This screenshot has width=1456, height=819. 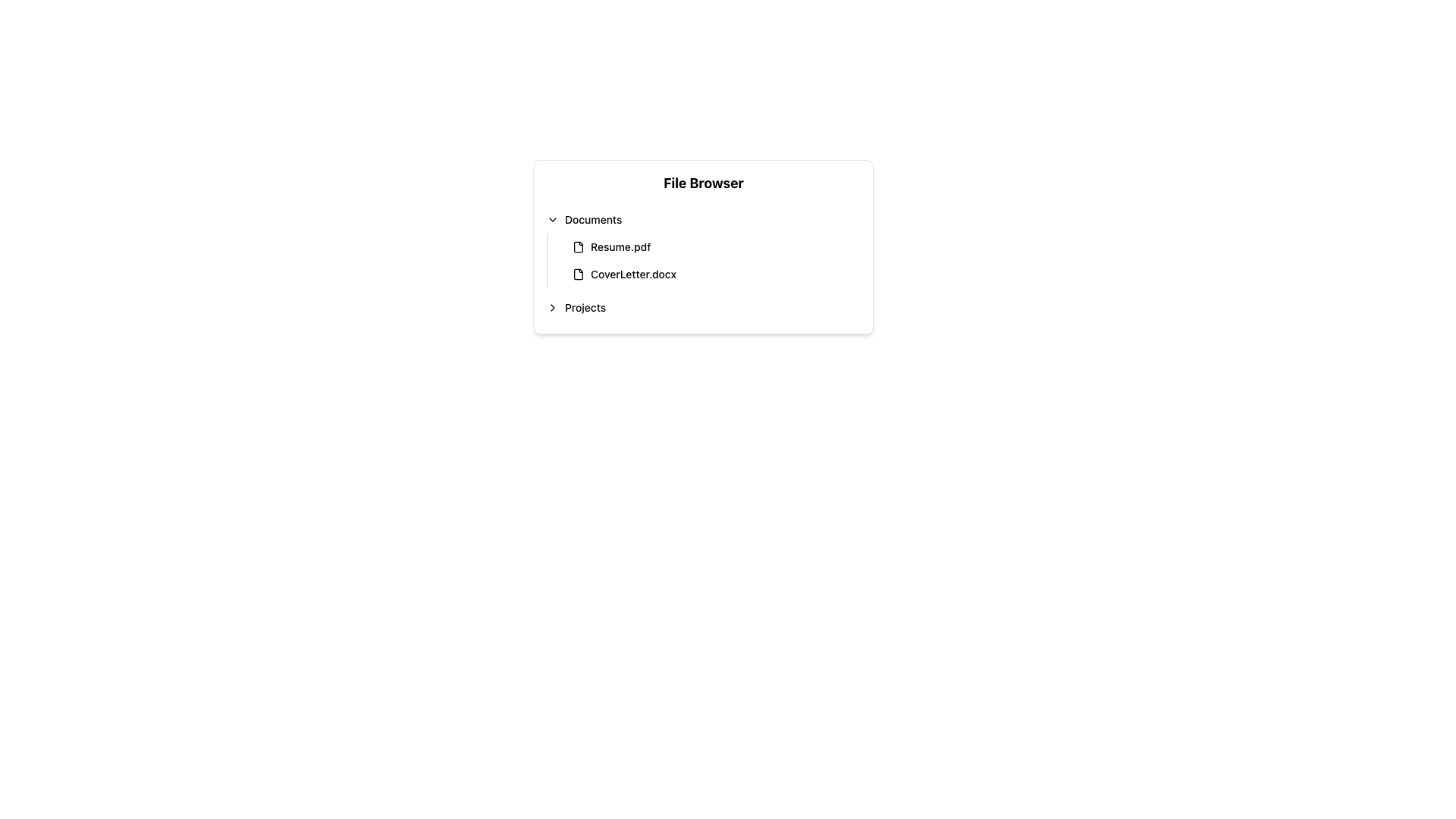 I want to click on the document icon representing 'Resume.pdf' located to the immediate left of the text in the 'Documents' folder of the 'File Browser' interface, so click(x=578, y=246).